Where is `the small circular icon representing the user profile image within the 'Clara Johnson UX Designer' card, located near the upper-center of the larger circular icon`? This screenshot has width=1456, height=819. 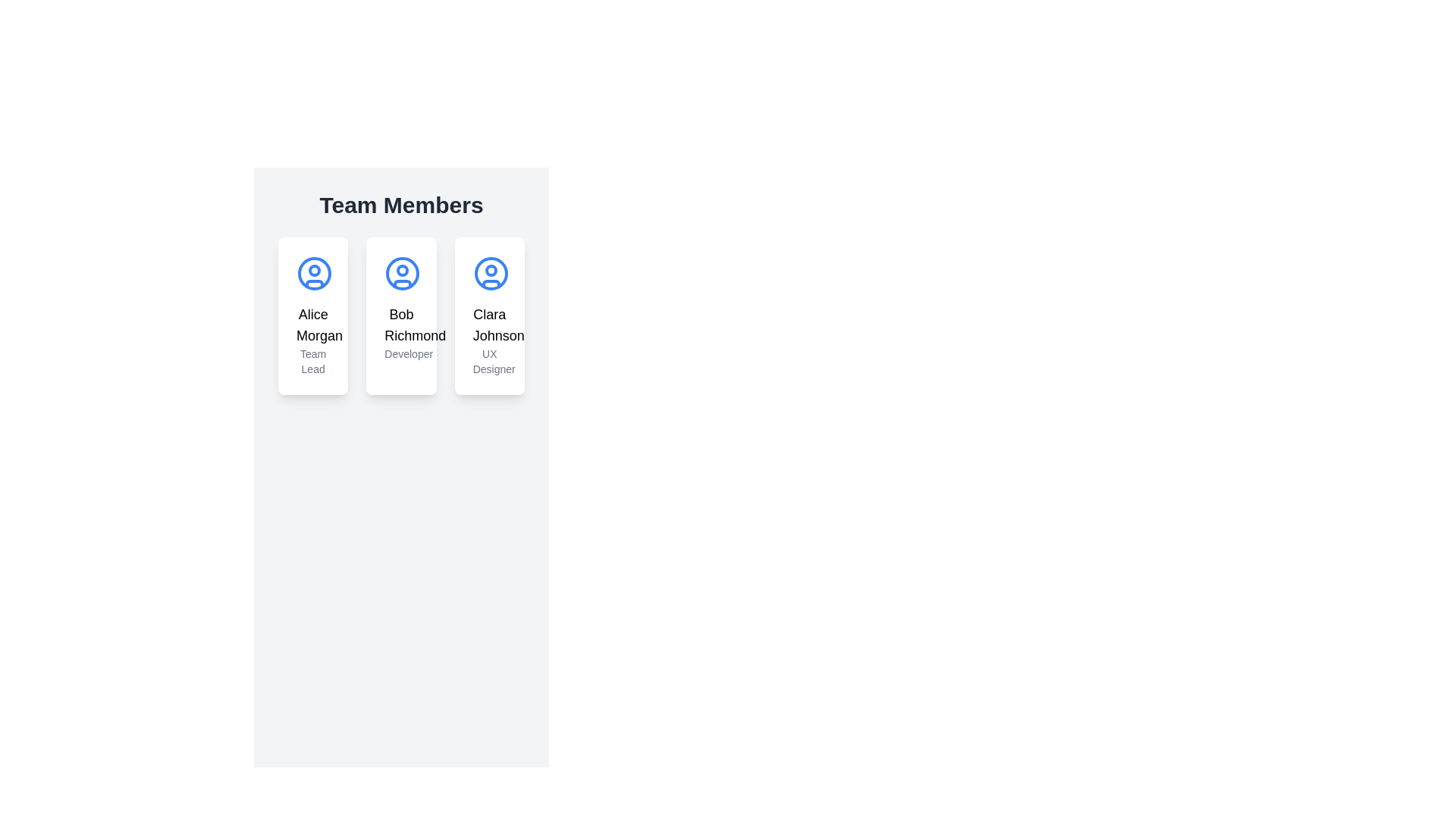 the small circular icon representing the user profile image within the 'Clara Johnson UX Designer' card, located near the upper-center of the larger circular icon is located at coordinates (491, 270).